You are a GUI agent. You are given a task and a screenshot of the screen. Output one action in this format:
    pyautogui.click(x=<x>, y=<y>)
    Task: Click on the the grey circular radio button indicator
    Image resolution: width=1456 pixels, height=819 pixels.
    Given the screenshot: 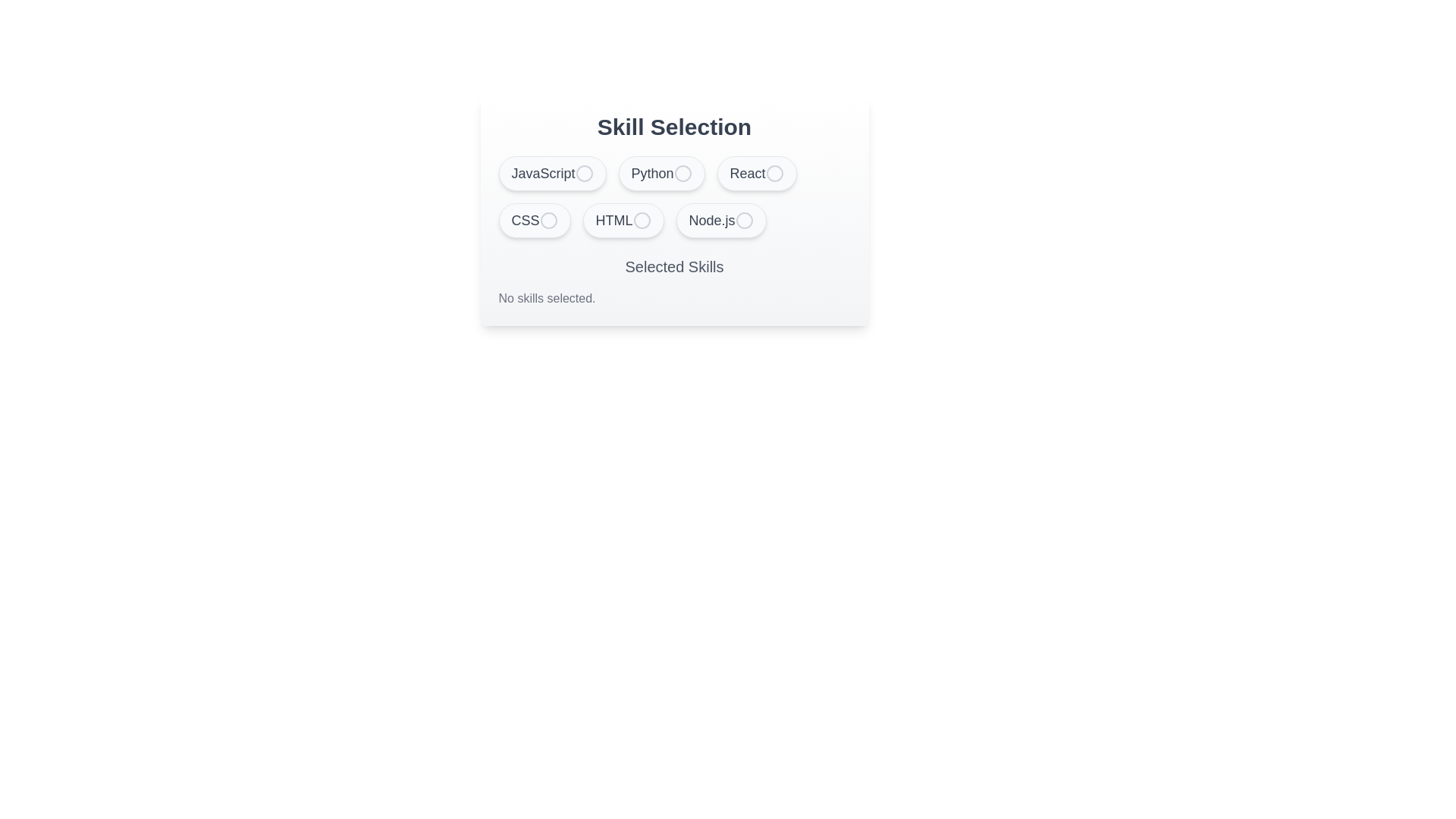 What is the action you would take?
    pyautogui.click(x=583, y=172)
    